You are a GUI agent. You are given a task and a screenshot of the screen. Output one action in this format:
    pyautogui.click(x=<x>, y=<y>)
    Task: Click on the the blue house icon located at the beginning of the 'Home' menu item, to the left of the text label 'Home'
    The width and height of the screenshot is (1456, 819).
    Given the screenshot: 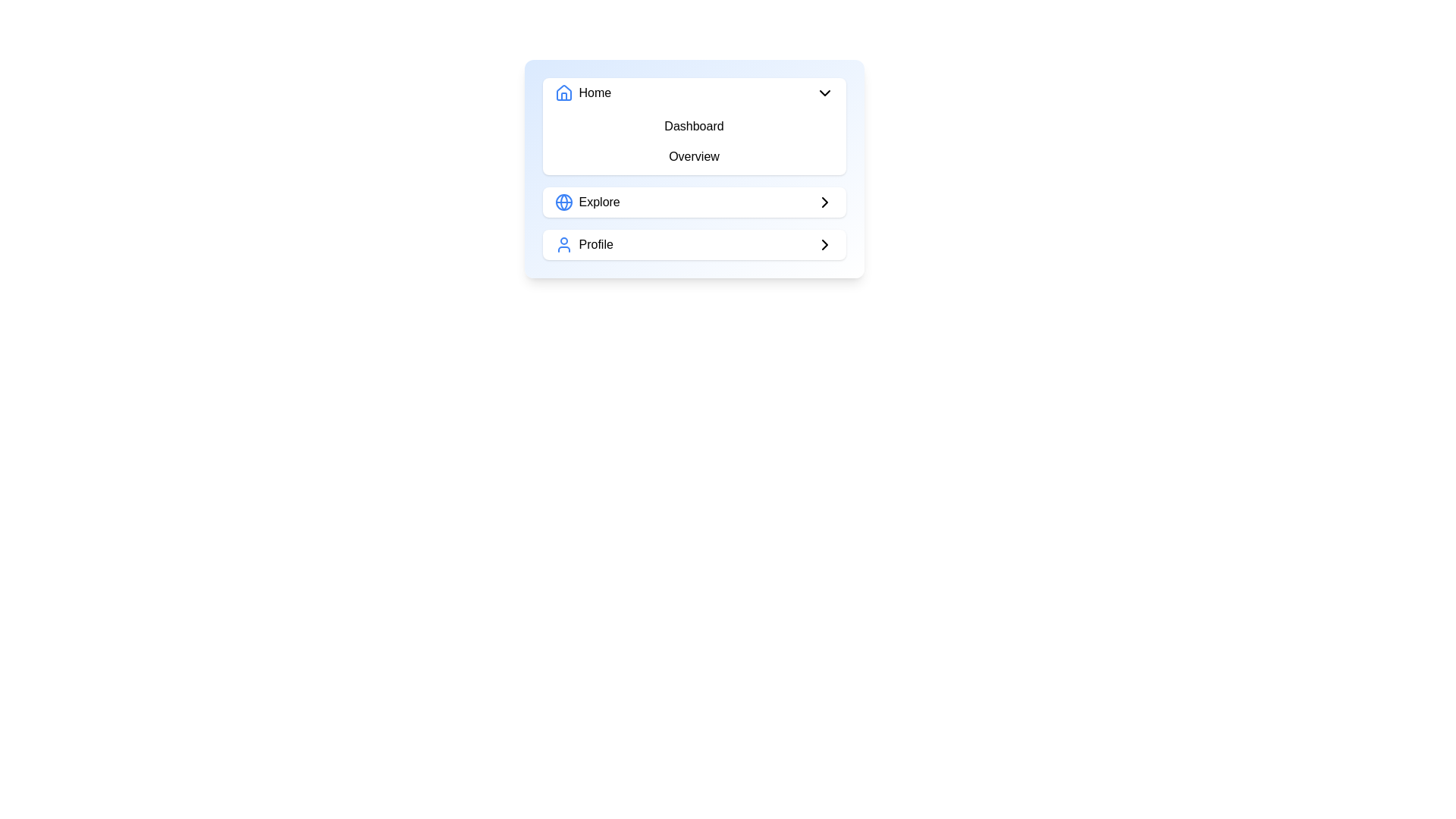 What is the action you would take?
    pyautogui.click(x=563, y=93)
    